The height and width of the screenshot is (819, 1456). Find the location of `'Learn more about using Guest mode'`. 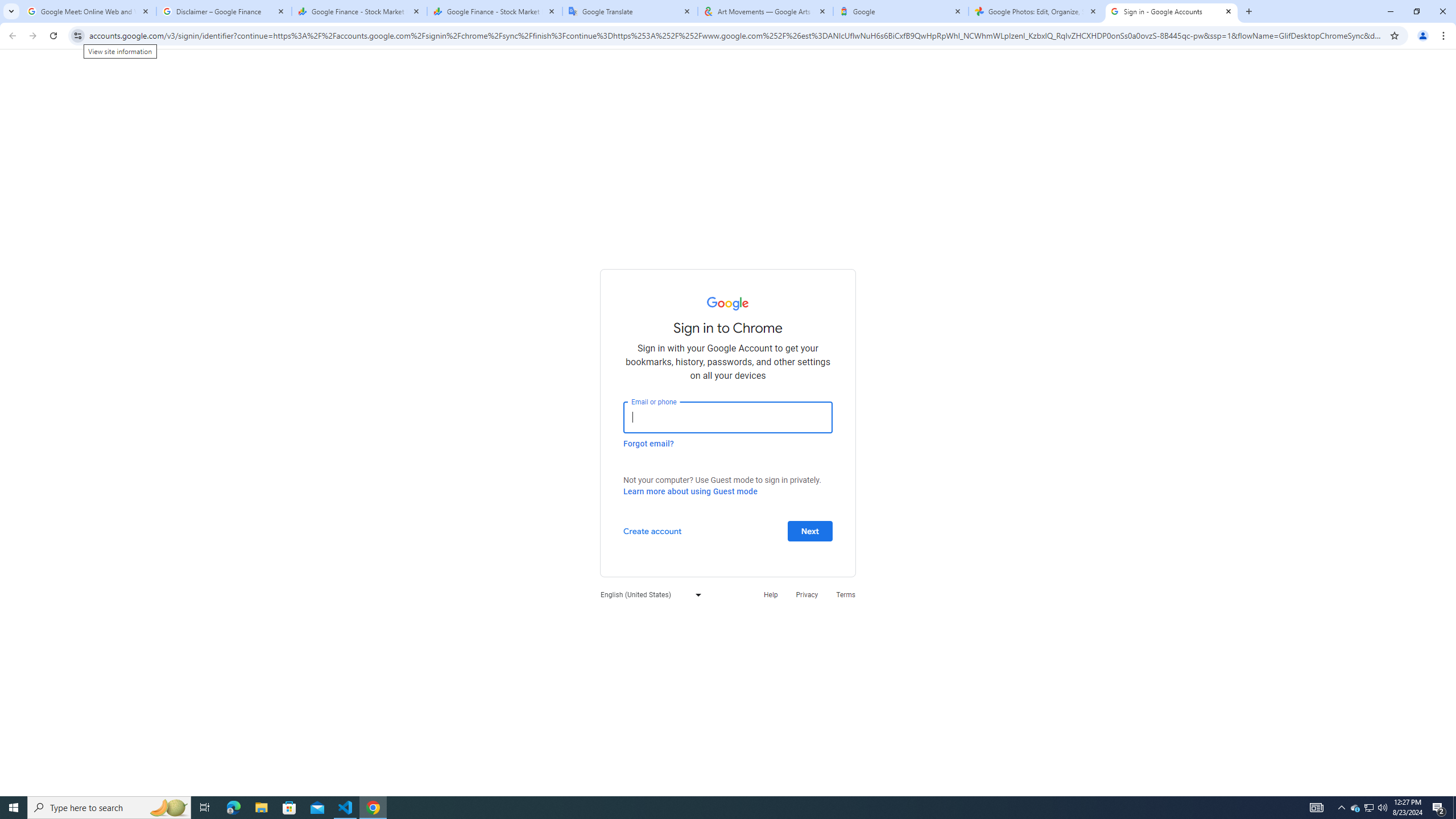

'Learn more about using Guest mode' is located at coordinates (689, 491).